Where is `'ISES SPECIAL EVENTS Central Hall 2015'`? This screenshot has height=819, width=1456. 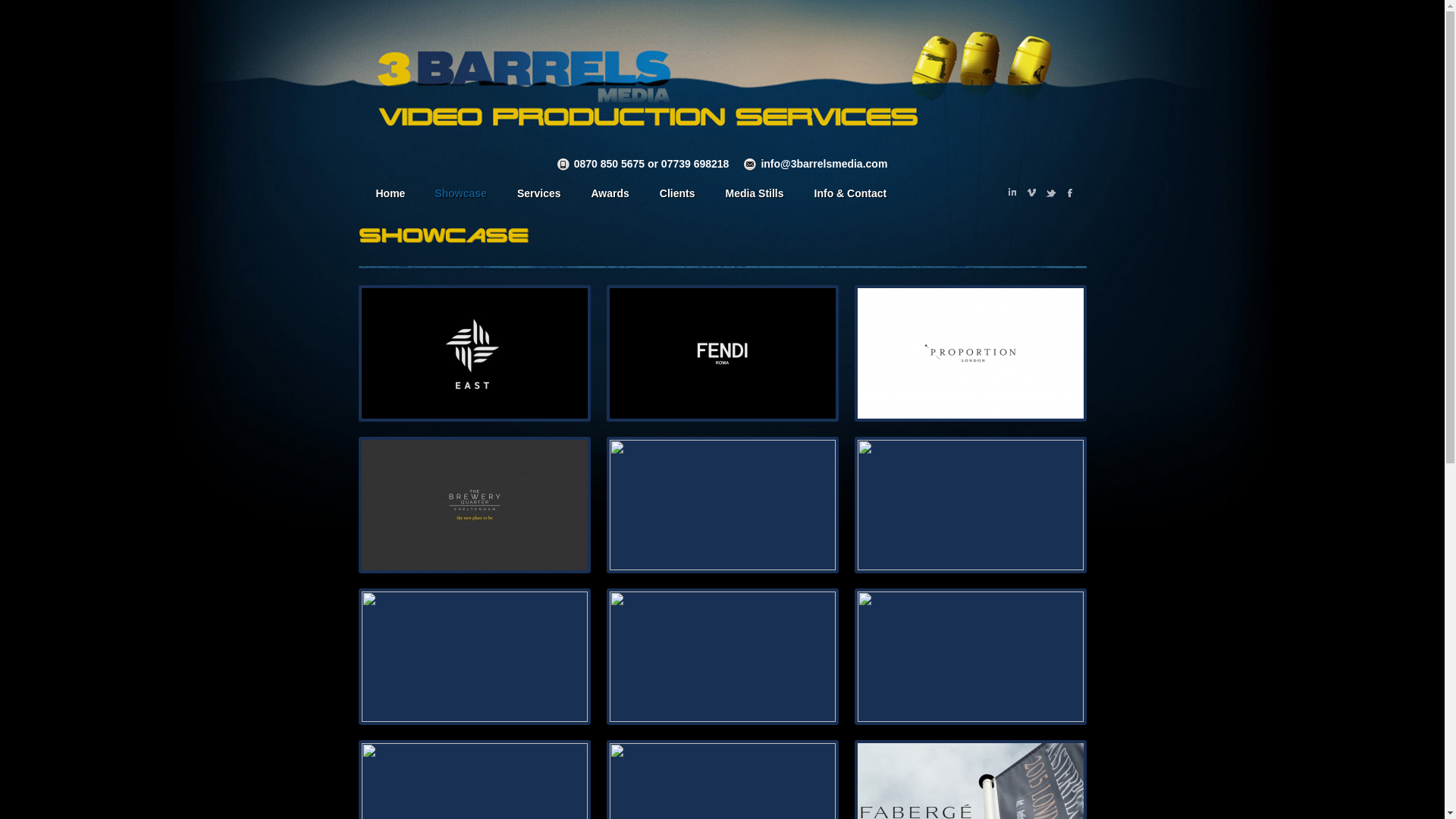
'ISES SPECIAL EVENTS Central Hall 2015' is located at coordinates (722, 656).